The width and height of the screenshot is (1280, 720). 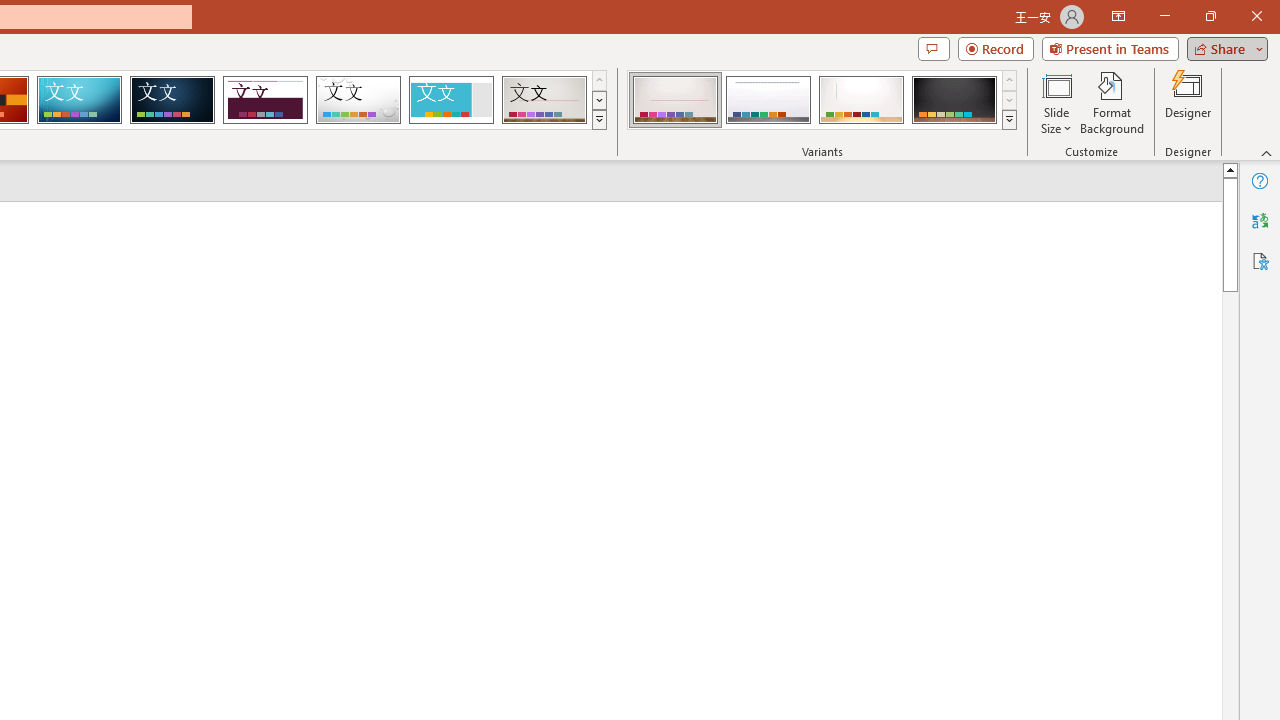 I want to click on 'Droplet', so click(x=358, y=100).